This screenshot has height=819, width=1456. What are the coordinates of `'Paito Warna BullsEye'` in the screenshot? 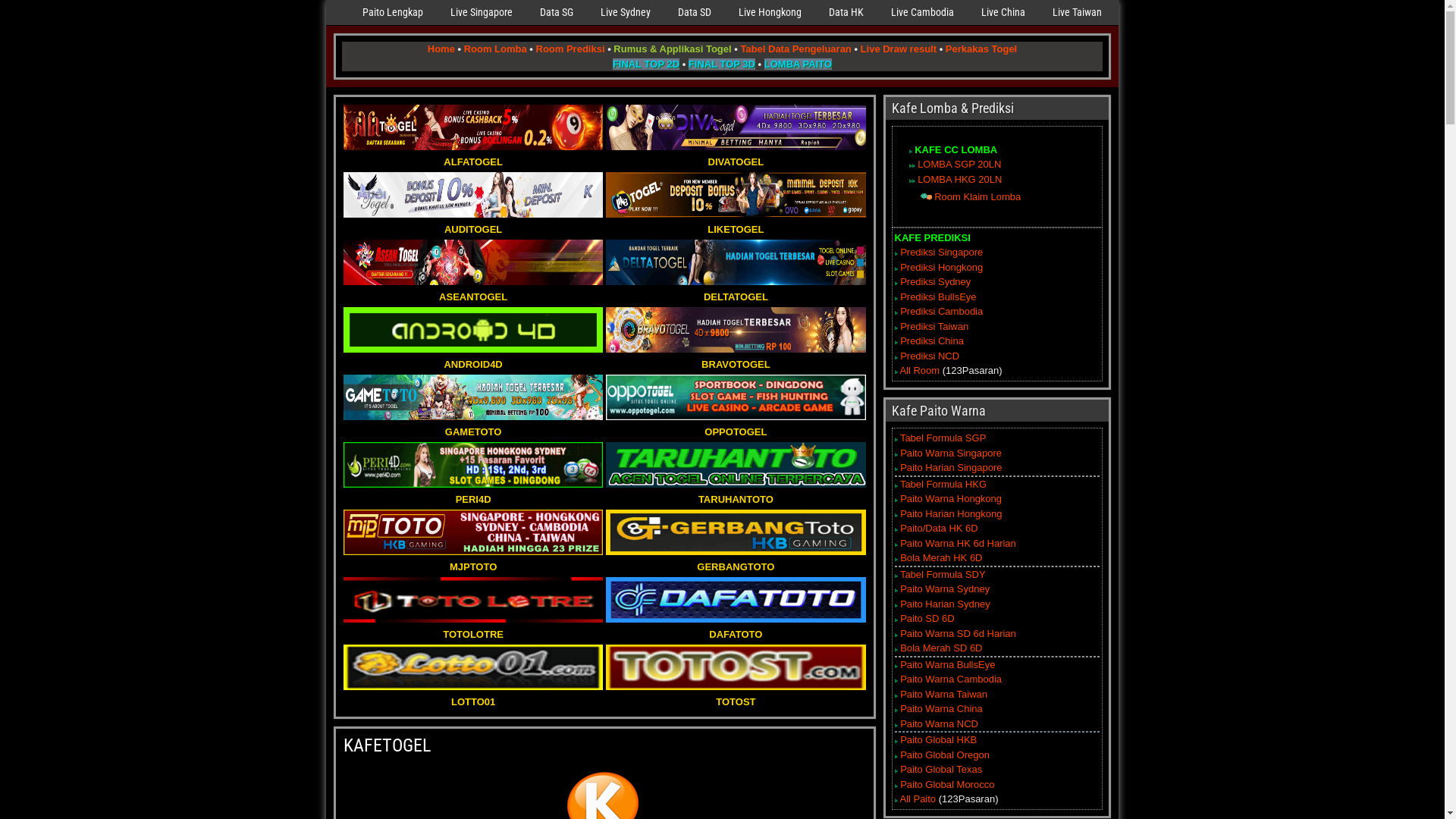 It's located at (946, 664).